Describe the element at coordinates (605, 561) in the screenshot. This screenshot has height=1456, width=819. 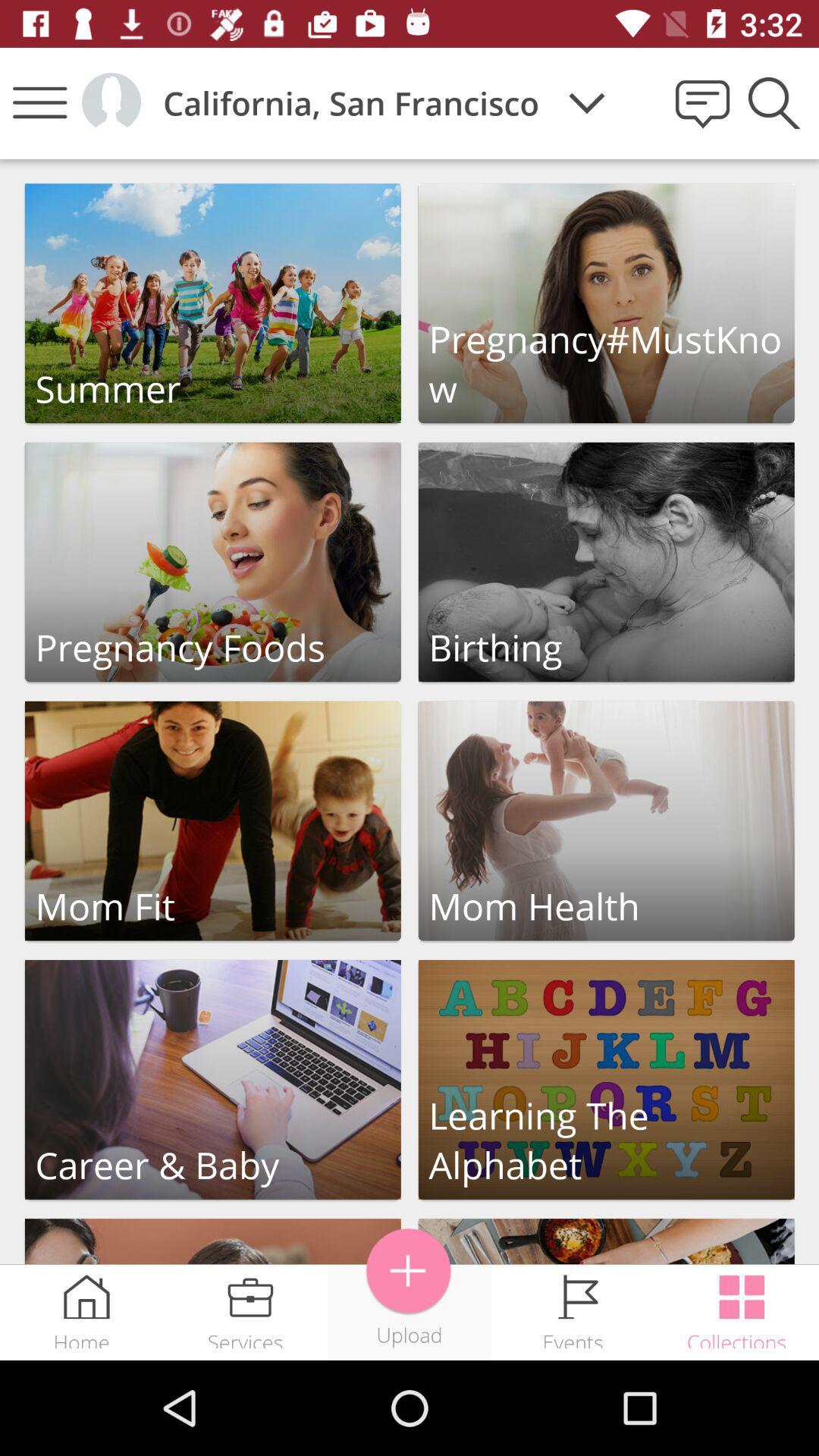
I see `to birthing article` at that location.